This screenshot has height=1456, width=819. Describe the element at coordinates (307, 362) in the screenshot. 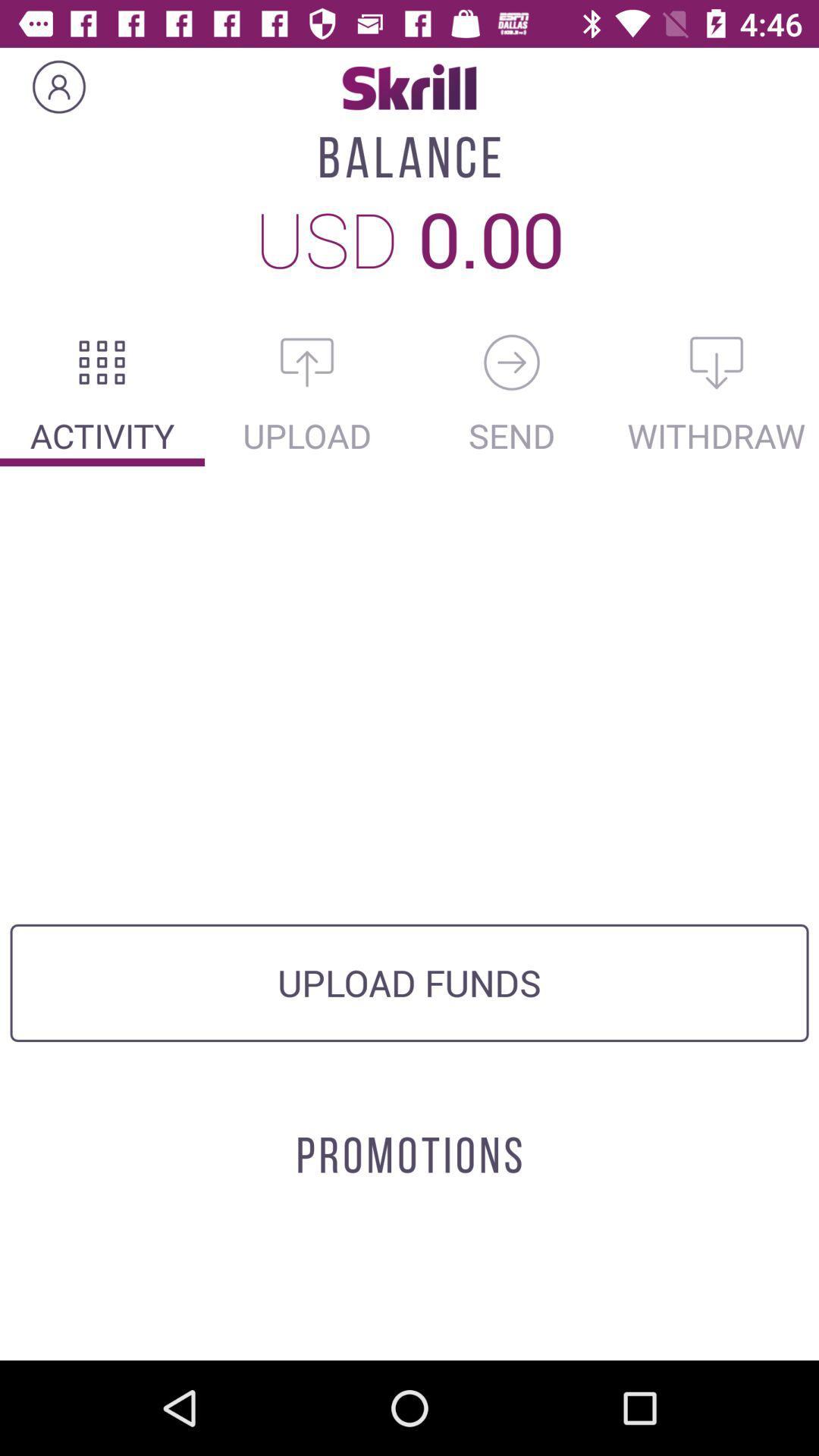

I see `upload button` at that location.